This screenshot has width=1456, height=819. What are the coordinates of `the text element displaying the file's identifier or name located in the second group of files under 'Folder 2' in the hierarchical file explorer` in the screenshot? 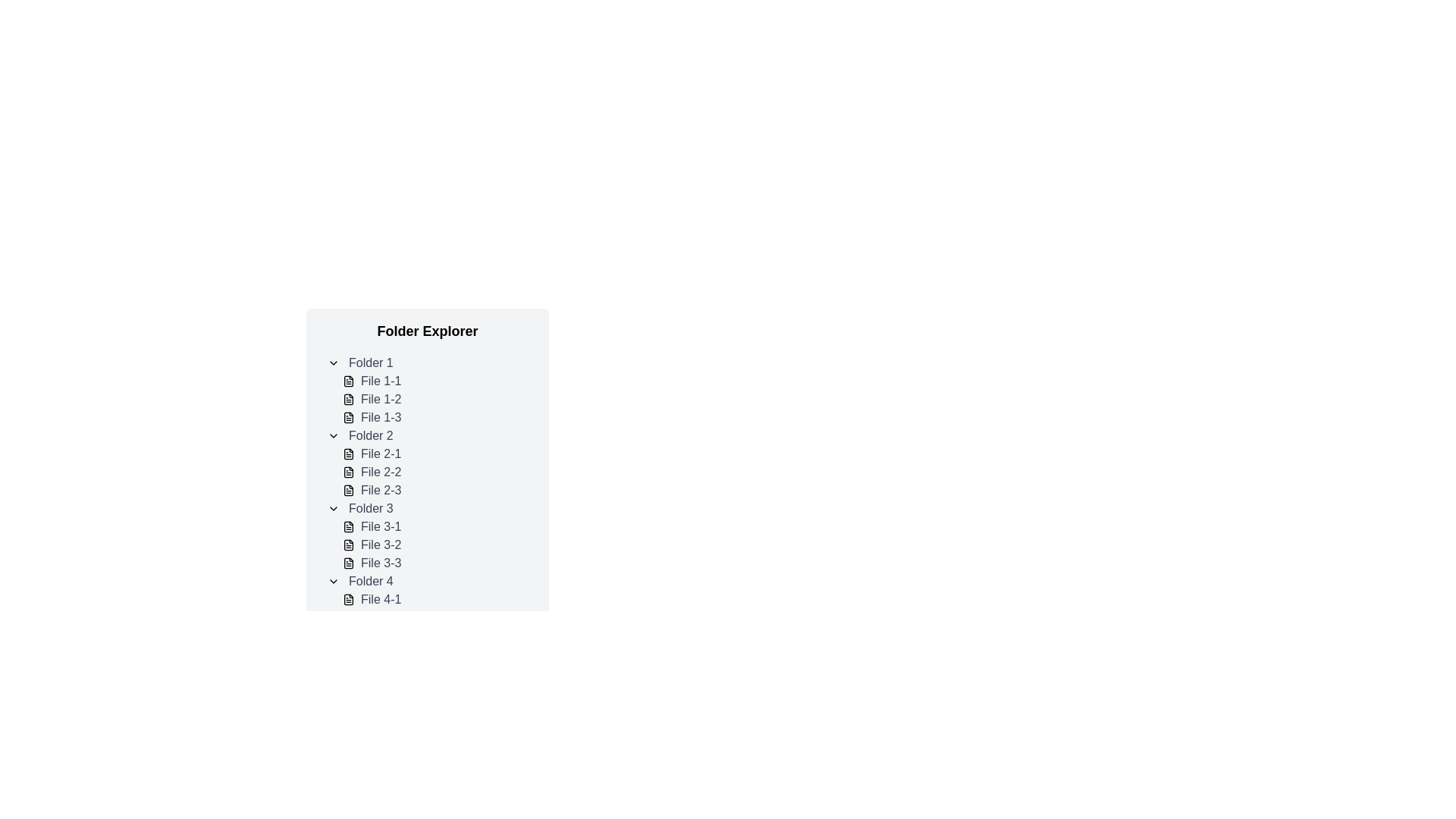 It's located at (381, 472).